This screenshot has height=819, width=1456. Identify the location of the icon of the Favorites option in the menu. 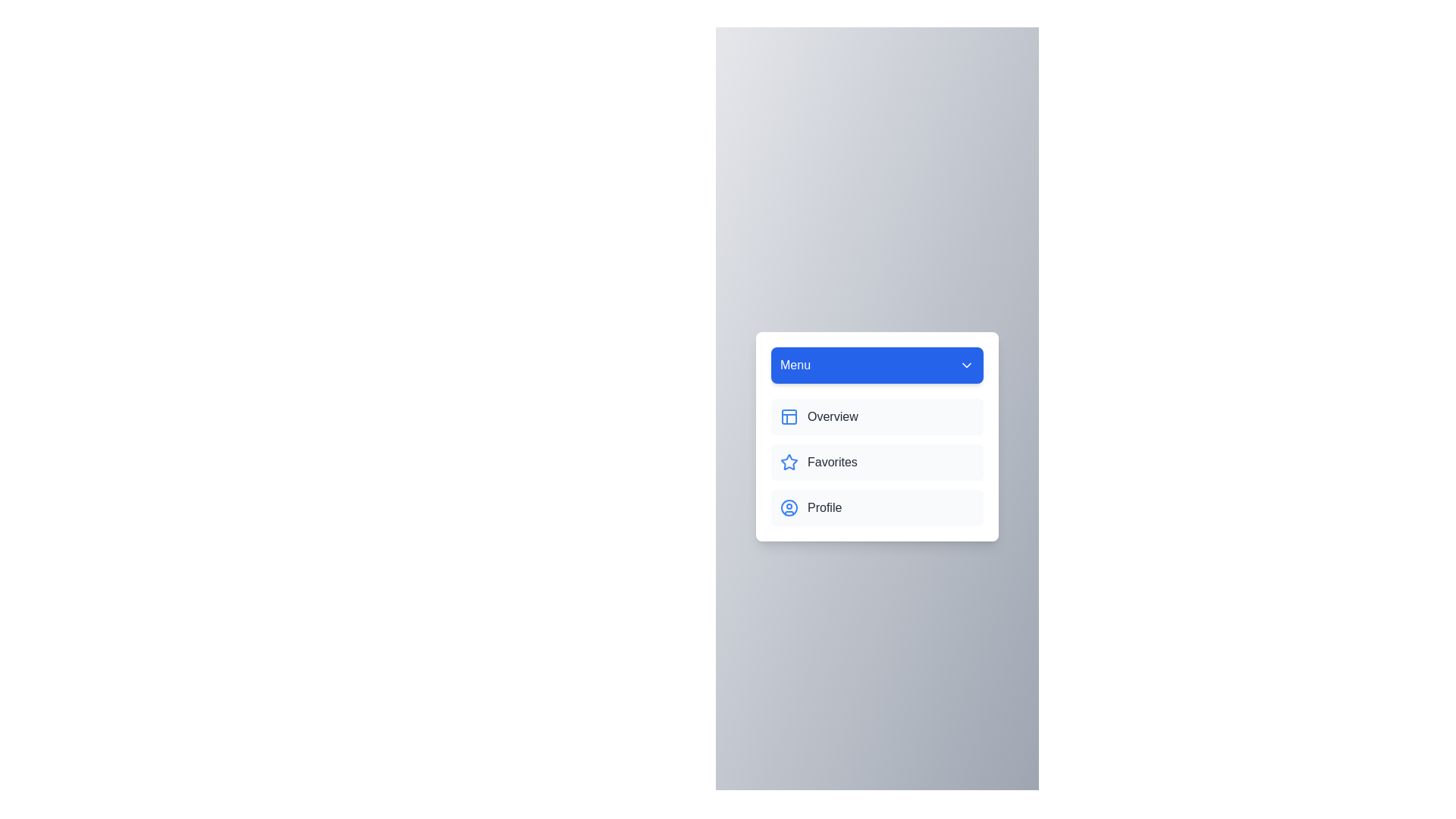
(789, 461).